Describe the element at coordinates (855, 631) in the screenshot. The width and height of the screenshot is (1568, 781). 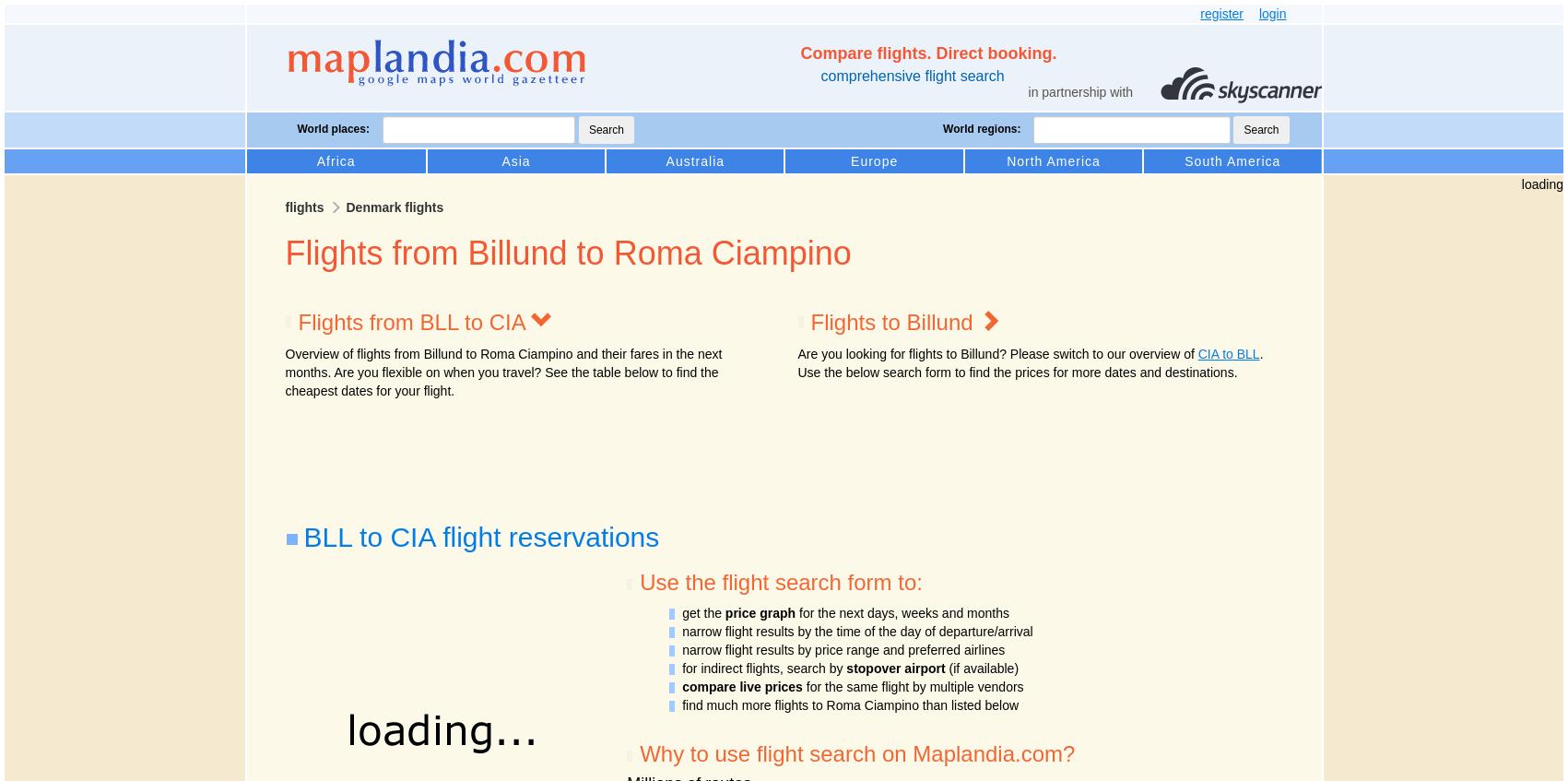
I see `'narrow flight results by the time of the day of departure/arrival'` at that location.